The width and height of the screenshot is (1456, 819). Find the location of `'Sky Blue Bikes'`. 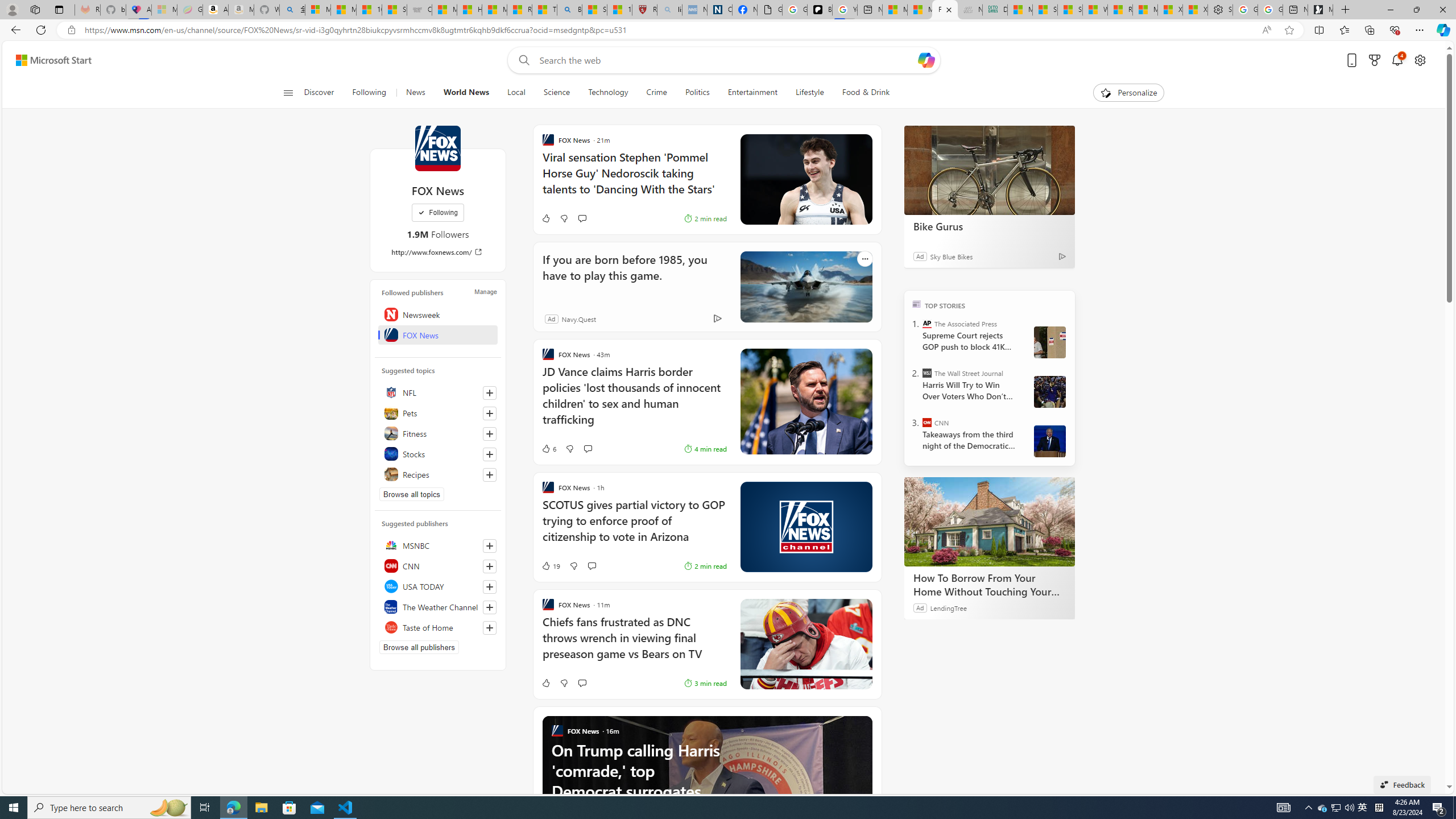

'Sky Blue Bikes' is located at coordinates (950, 255).